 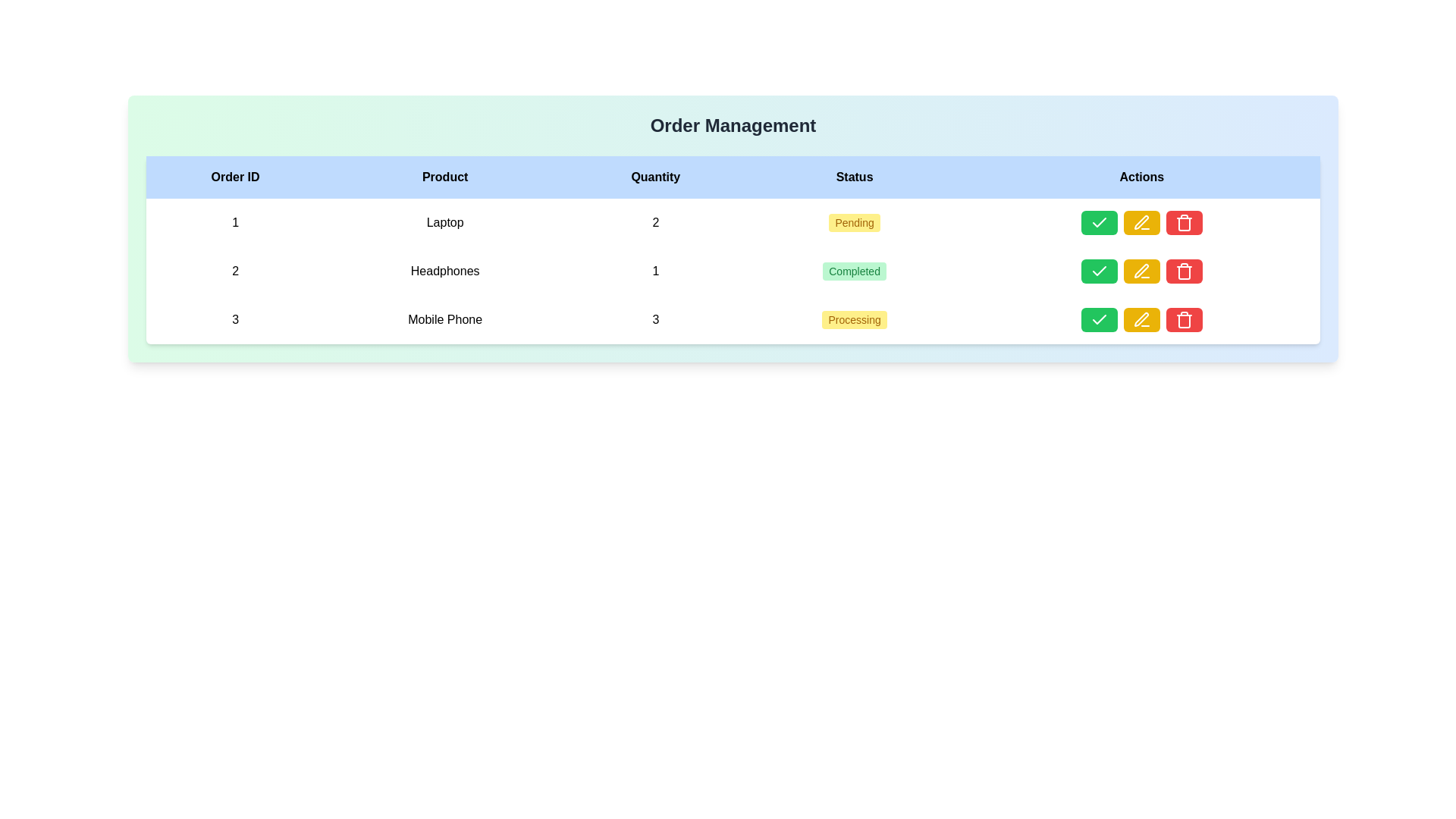 What do you see at coordinates (1141, 318) in the screenshot?
I see `the edit action SVG icon located in the 'Actions' column of the last row of the table` at bounding box center [1141, 318].